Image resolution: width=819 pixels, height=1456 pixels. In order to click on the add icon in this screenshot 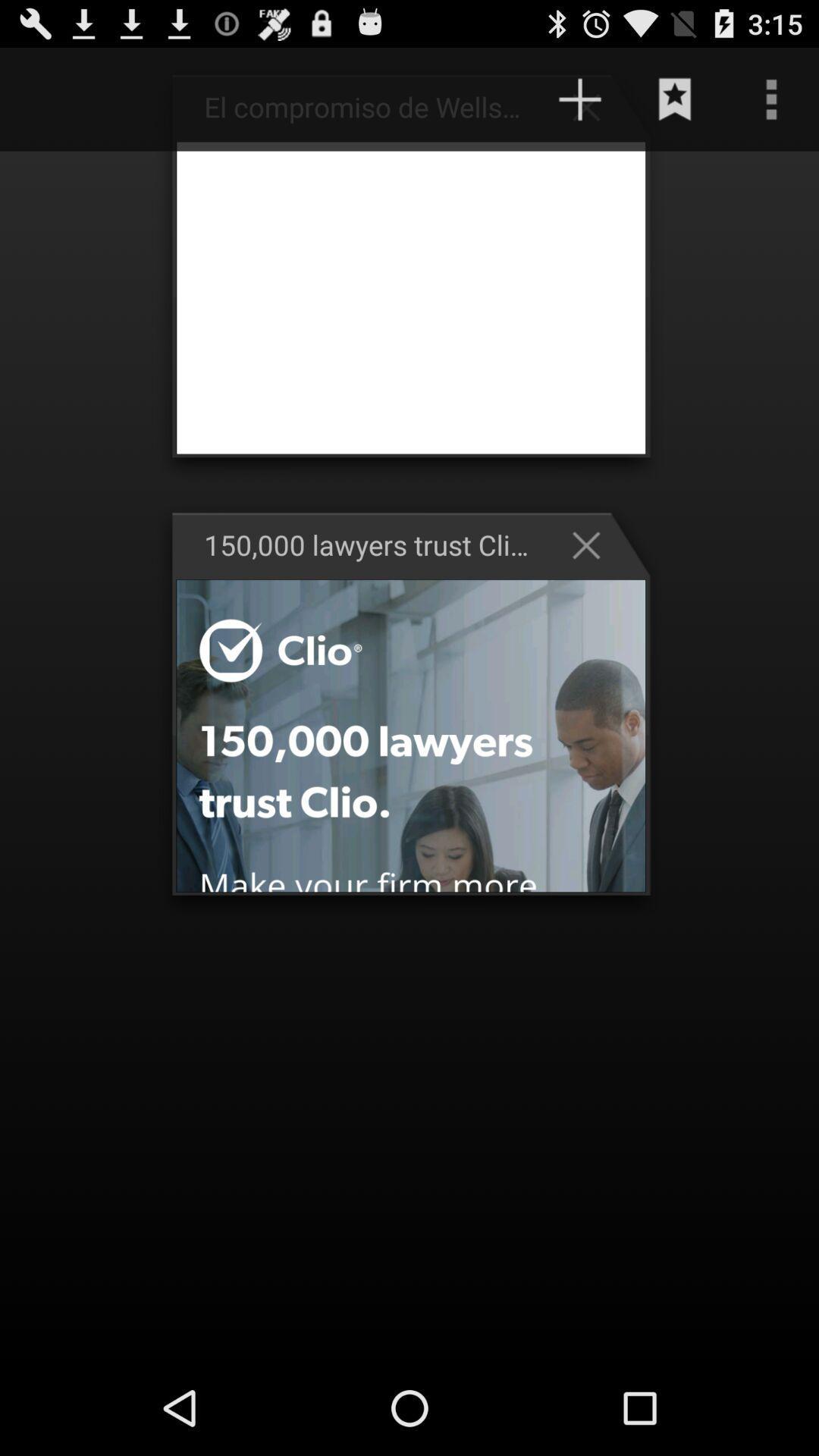, I will do `click(579, 105)`.